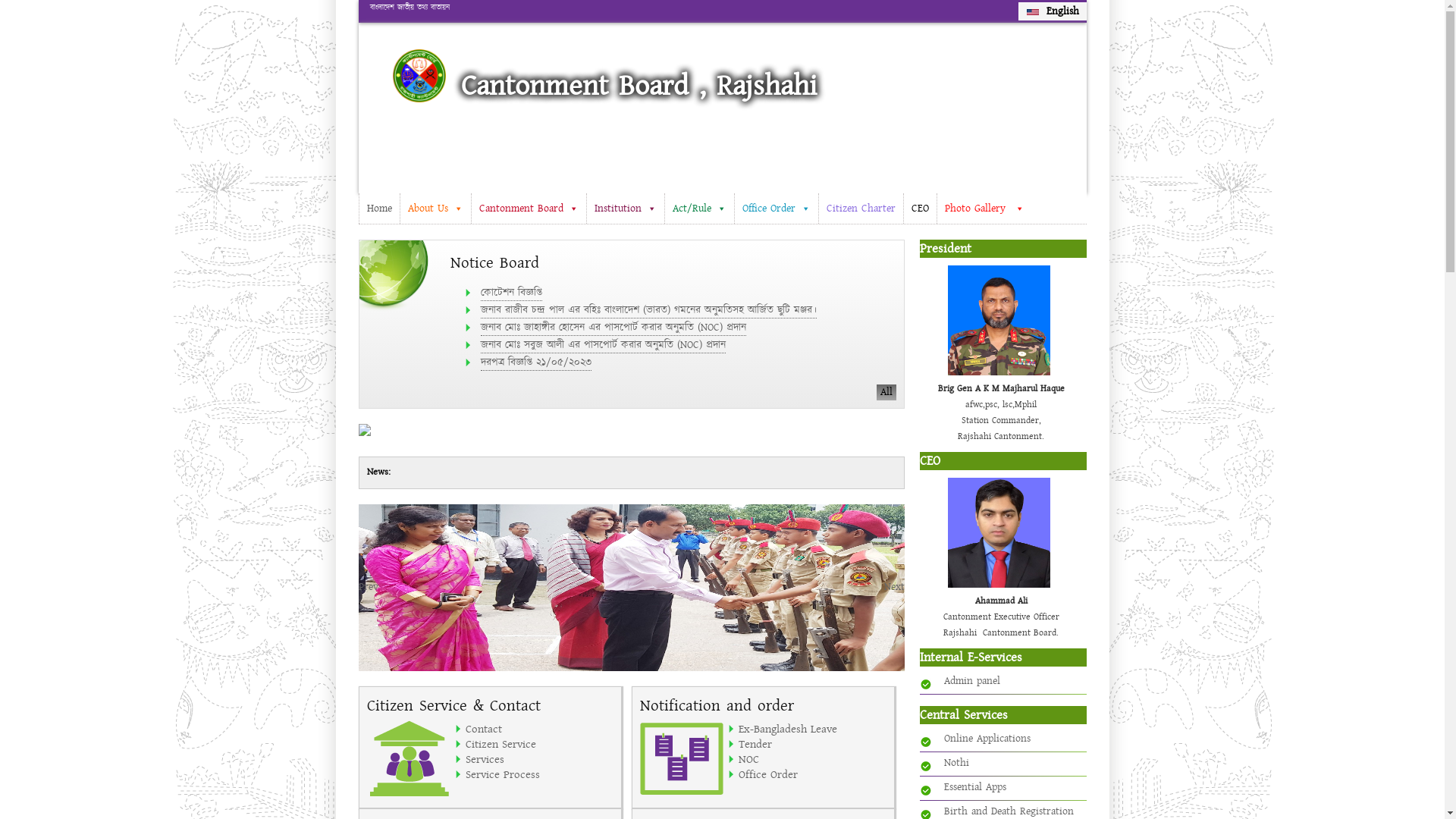  I want to click on 'About Us', so click(433, 208).